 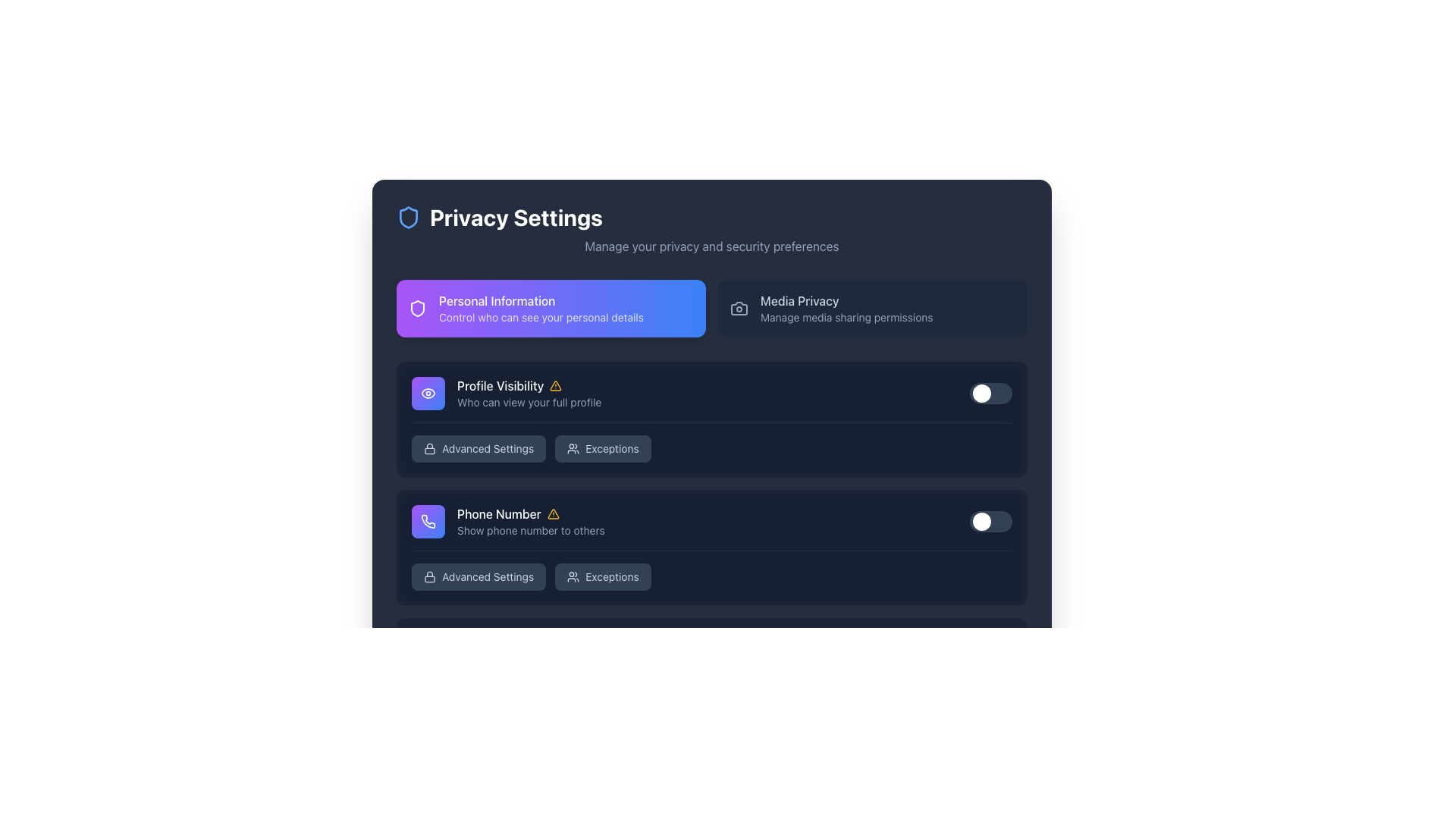 I want to click on the Text Label that provides a brief explanation of the 'Privacy Settings' section, located below the 'Privacy Settings' title, so click(x=711, y=245).